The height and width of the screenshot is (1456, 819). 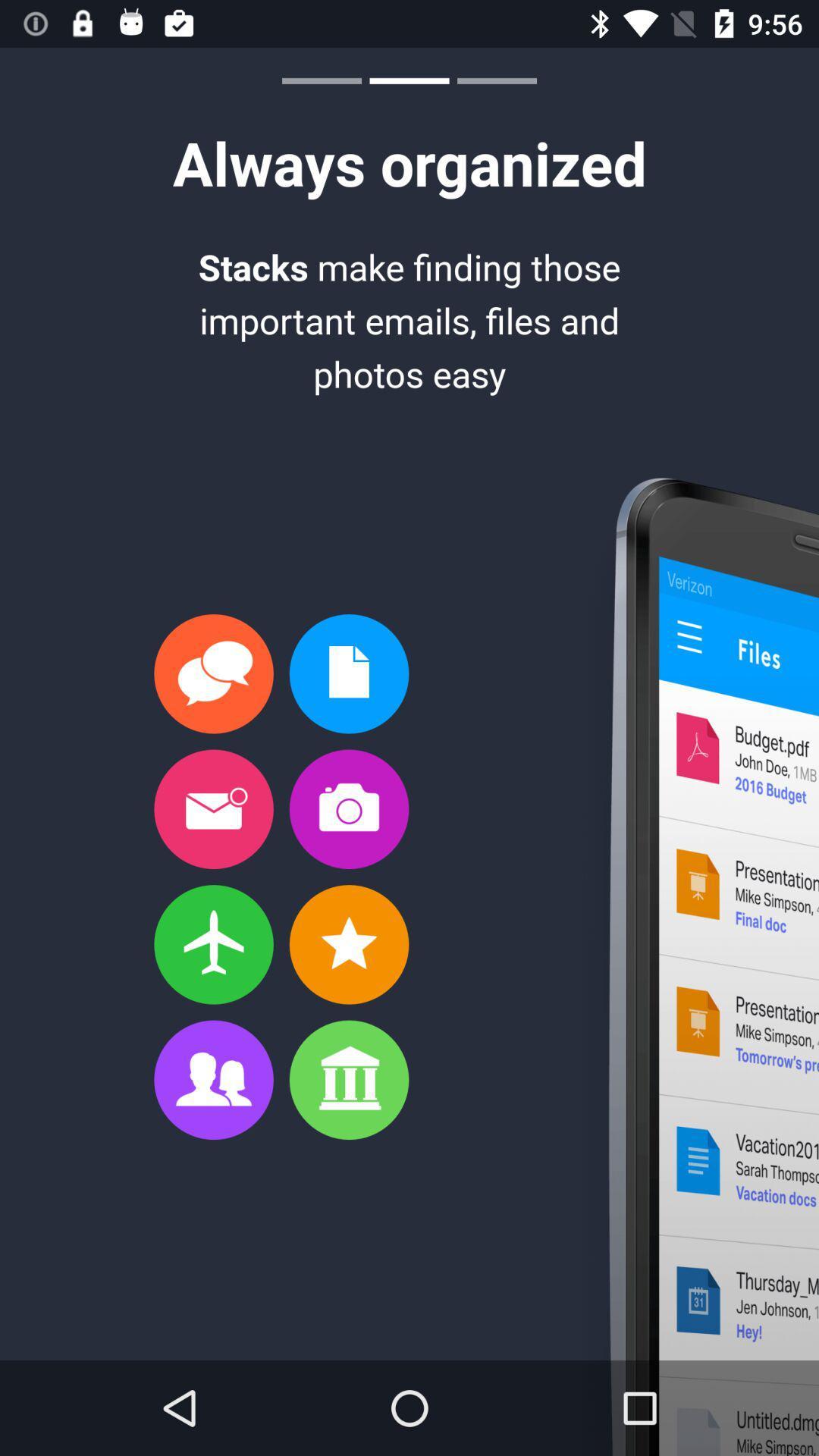 What do you see at coordinates (213, 808) in the screenshot?
I see `the icon which is at the second row first column` at bounding box center [213, 808].